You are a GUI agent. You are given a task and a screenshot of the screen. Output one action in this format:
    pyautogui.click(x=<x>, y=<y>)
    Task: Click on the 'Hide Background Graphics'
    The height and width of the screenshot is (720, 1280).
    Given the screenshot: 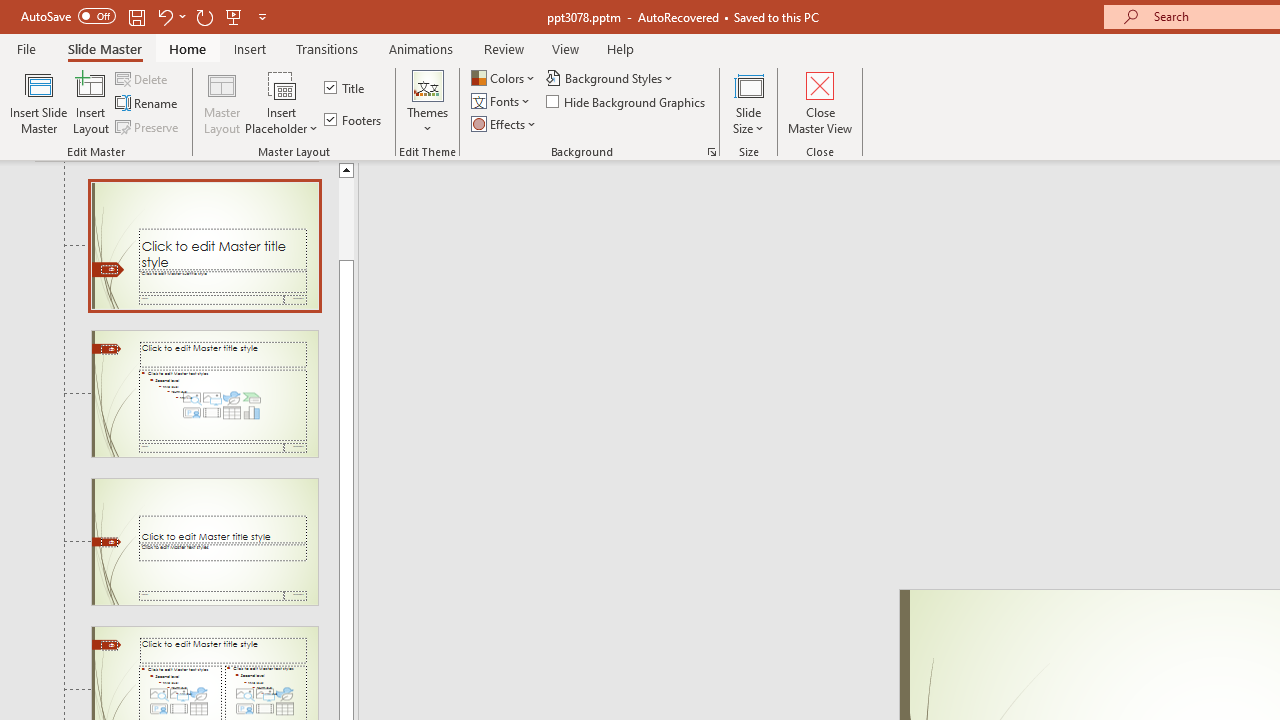 What is the action you would take?
    pyautogui.click(x=626, y=101)
    